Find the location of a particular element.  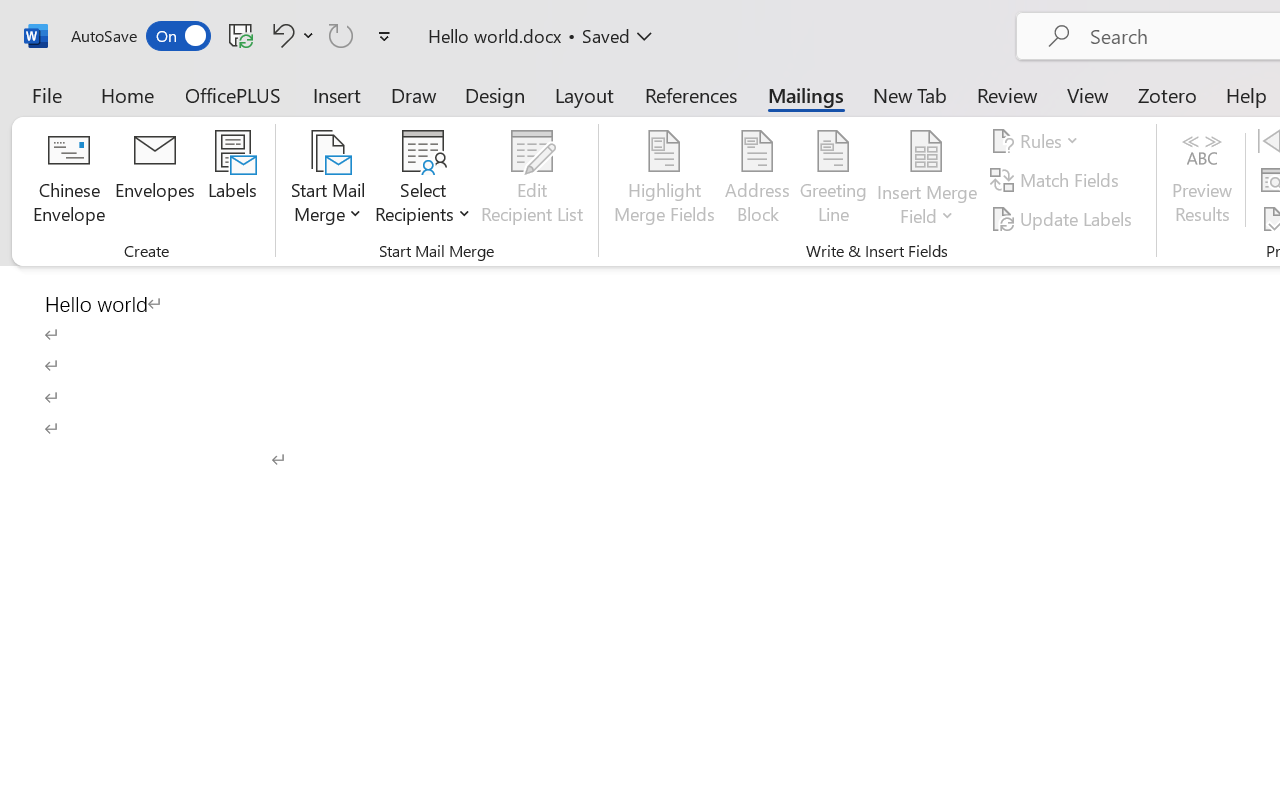

'Start Mail Merge' is located at coordinates (328, 179).